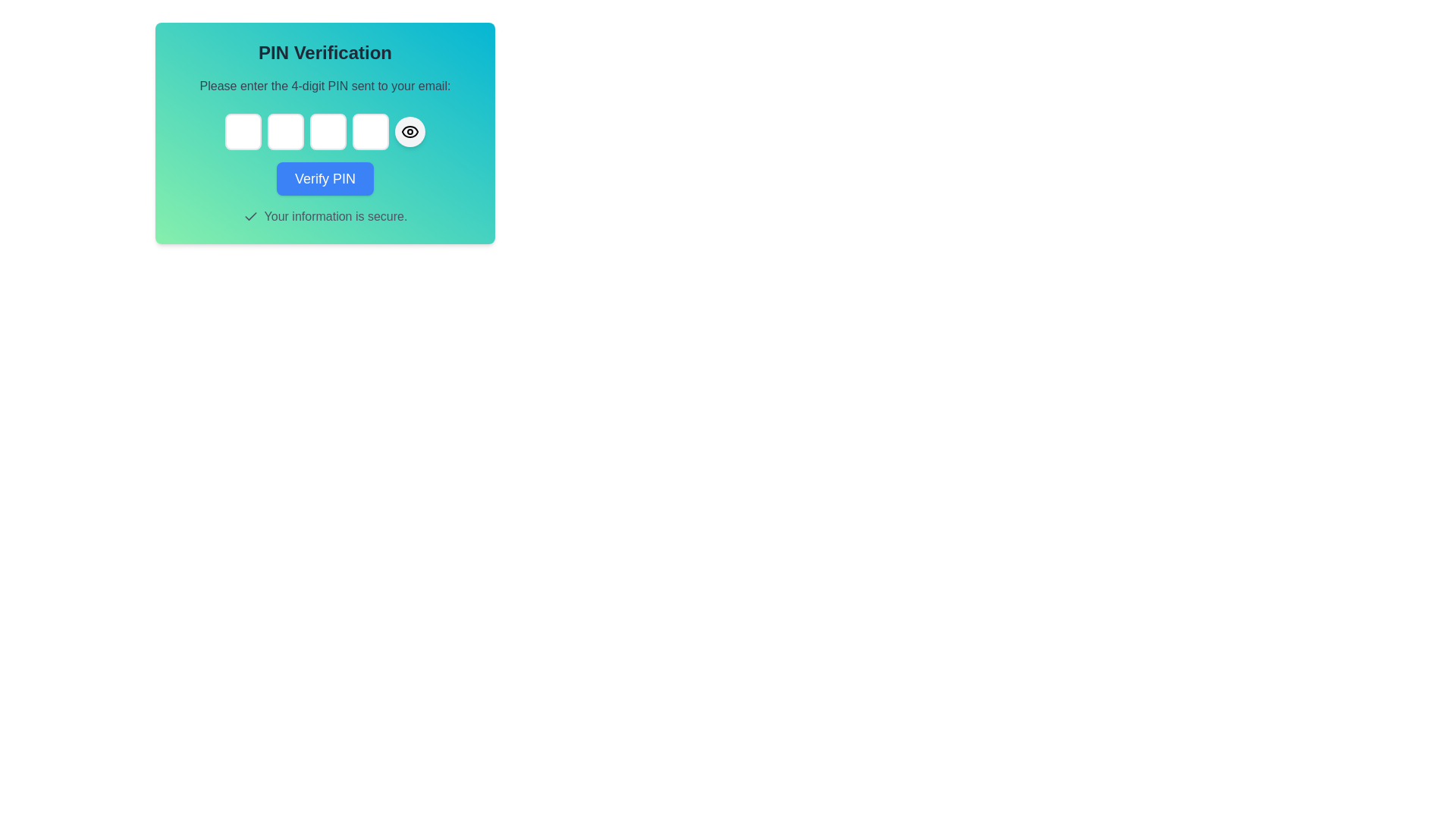 The height and width of the screenshot is (819, 1456). Describe the element at coordinates (410, 130) in the screenshot. I see `the circular eye icon button` at that location.